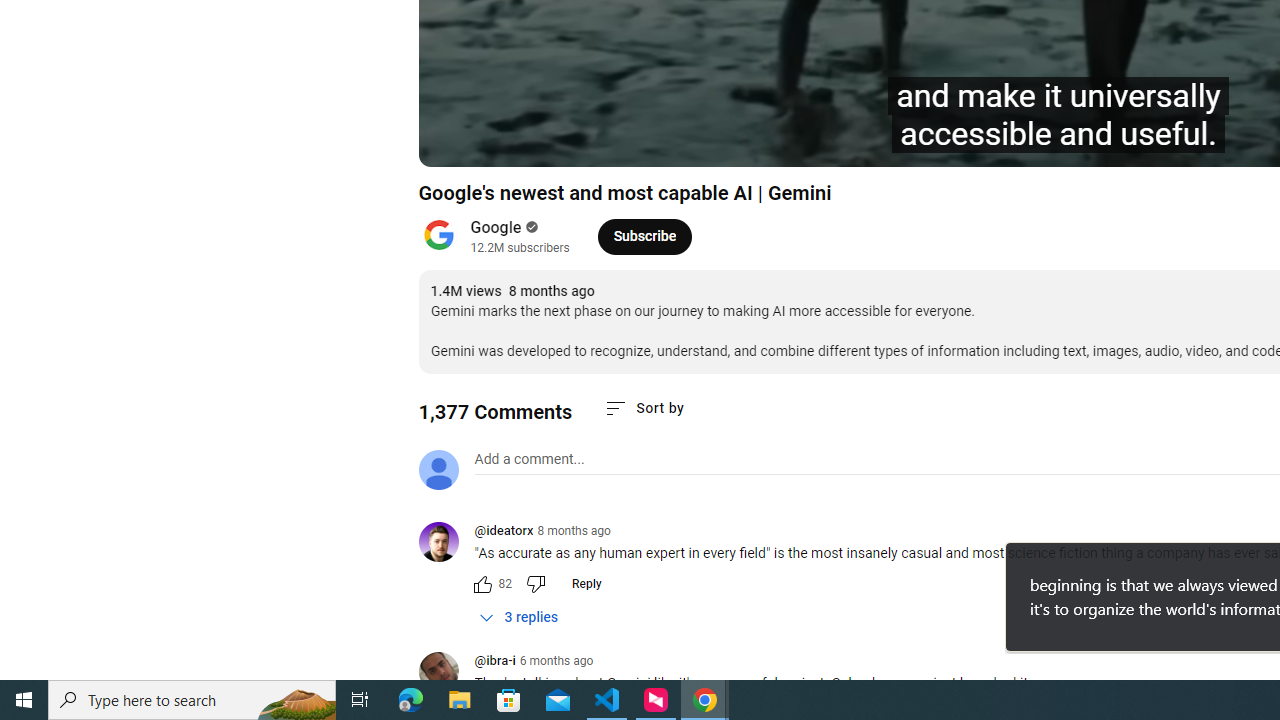 This screenshot has width=1280, height=720. I want to click on 'Default profile photo', so click(438, 470).